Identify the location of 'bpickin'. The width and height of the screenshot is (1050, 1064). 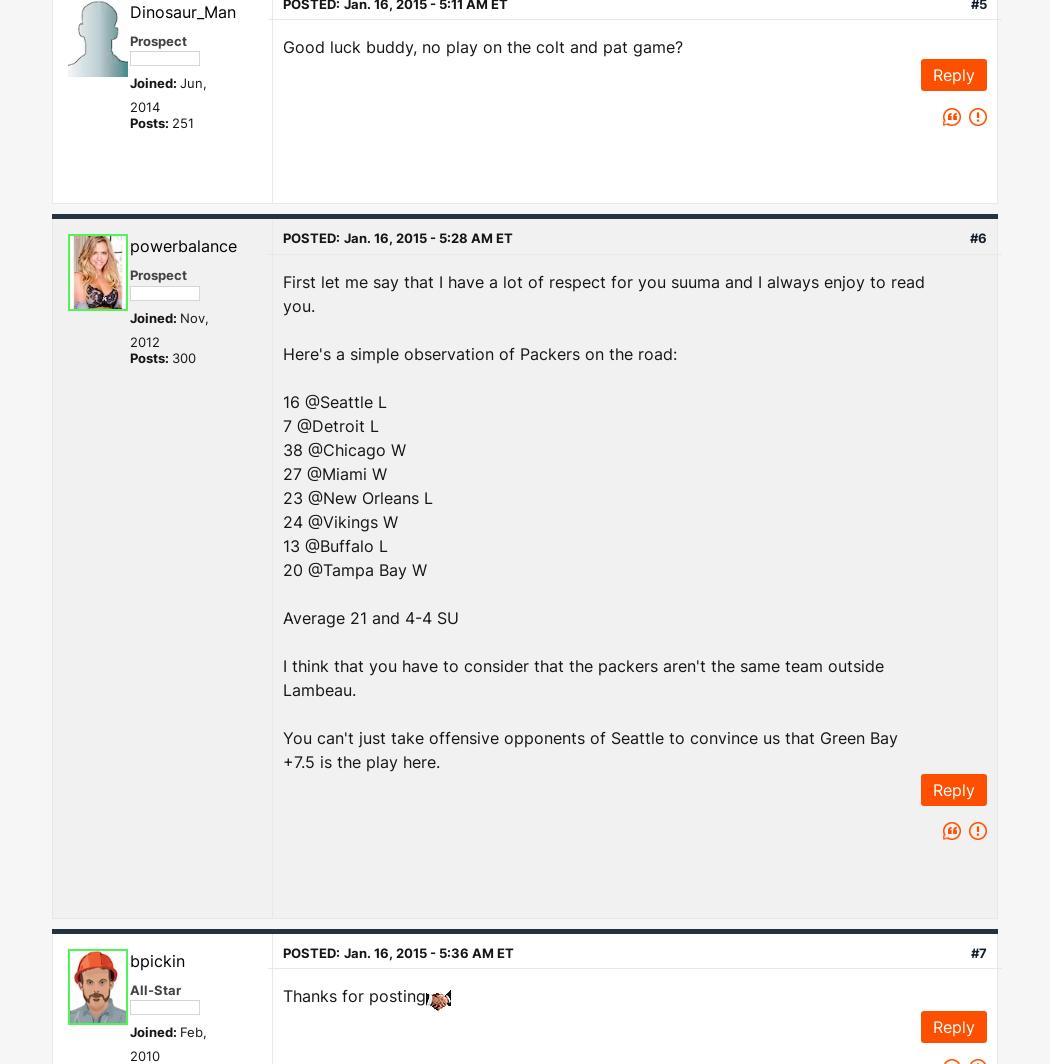
(157, 960).